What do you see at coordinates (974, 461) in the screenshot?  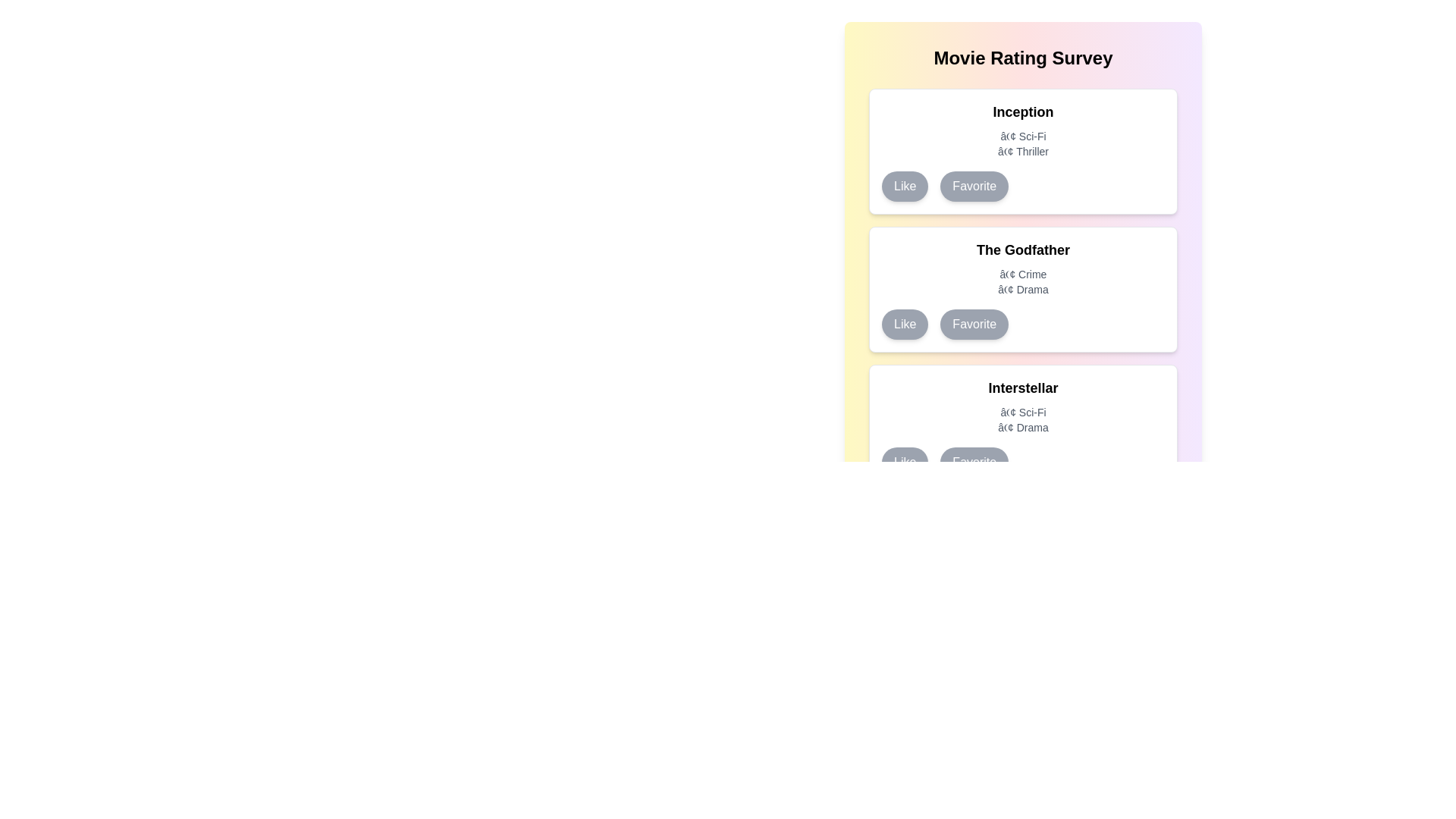 I see `the button in the bottom-right corner of the horizontal button pair to mark the movie 'Interstellar' as a favorite` at bounding box center [974, 461].